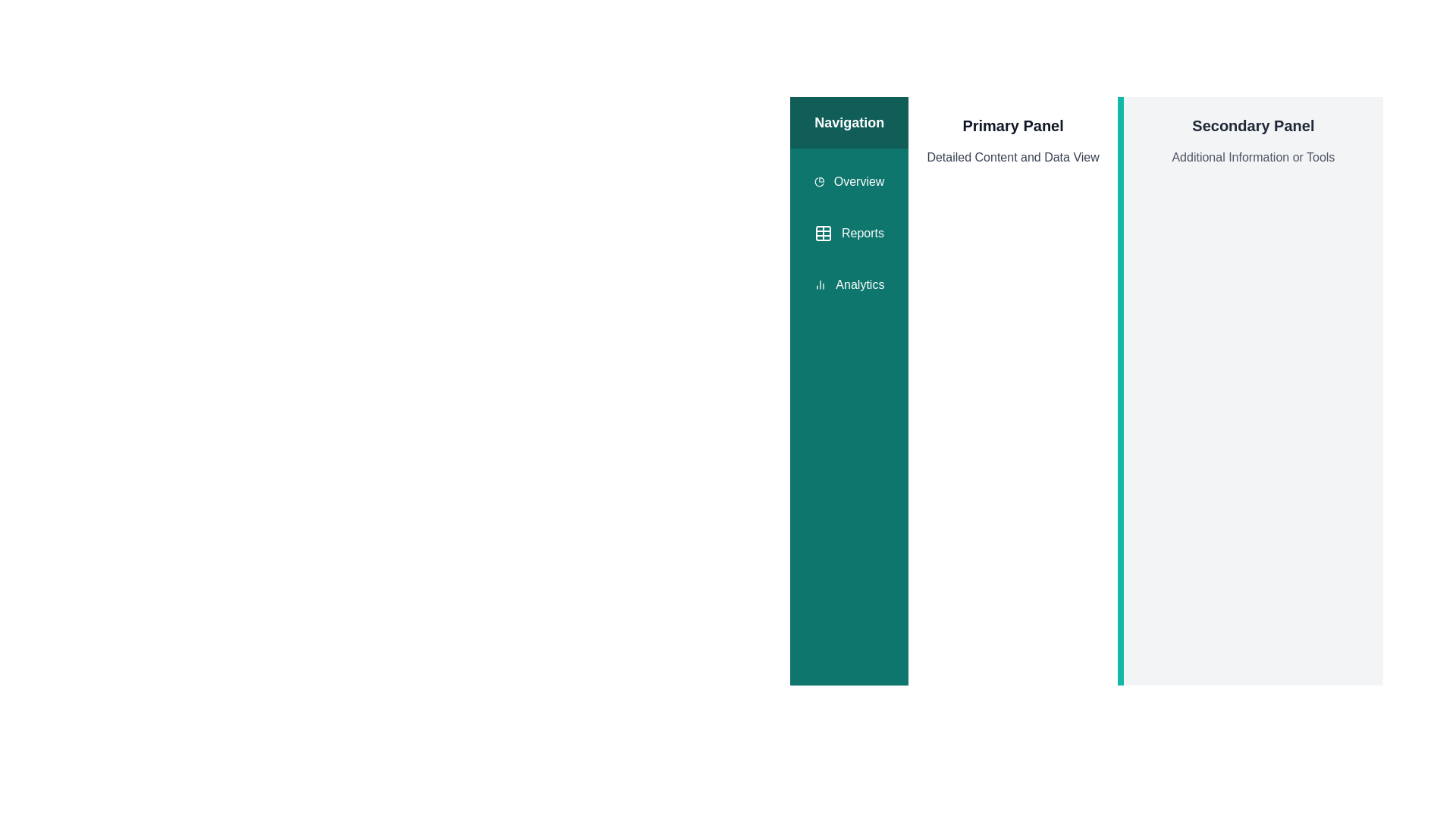 This screenshot has width=1456, height=819. What do you see at coordinates (849, 180) in the screenshot?
I see `the navigation button that directs to the 'Overview' section, located at the top of the left-hand sidebar` at bounding box center [849, 180].